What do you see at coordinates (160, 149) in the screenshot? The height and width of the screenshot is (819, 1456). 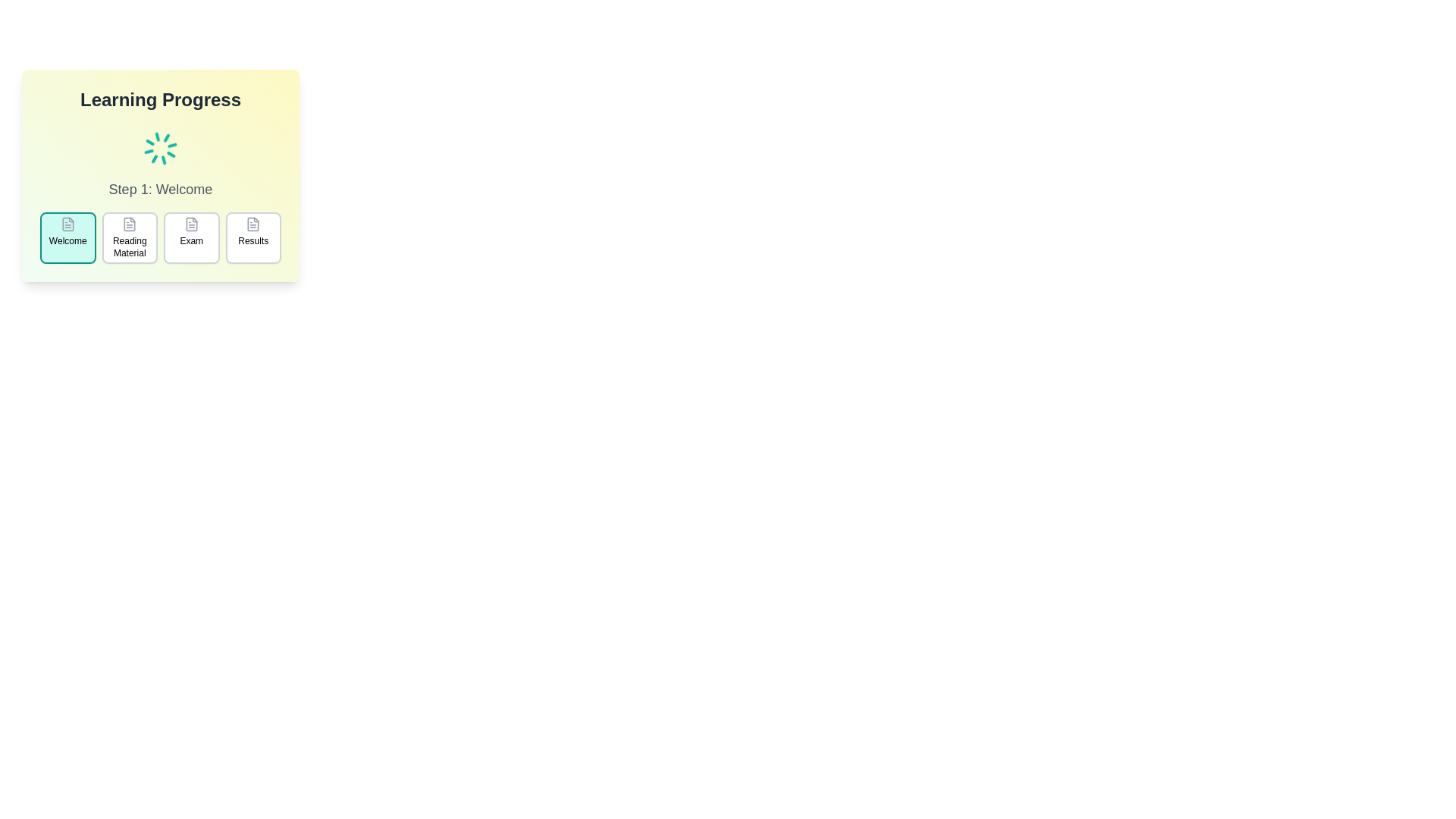 I see `the Spinner loading indicator located in the upper central area within the card under the 'Learning Progress' header, indicating that an action is in progress` at bounding box center [160, 149].